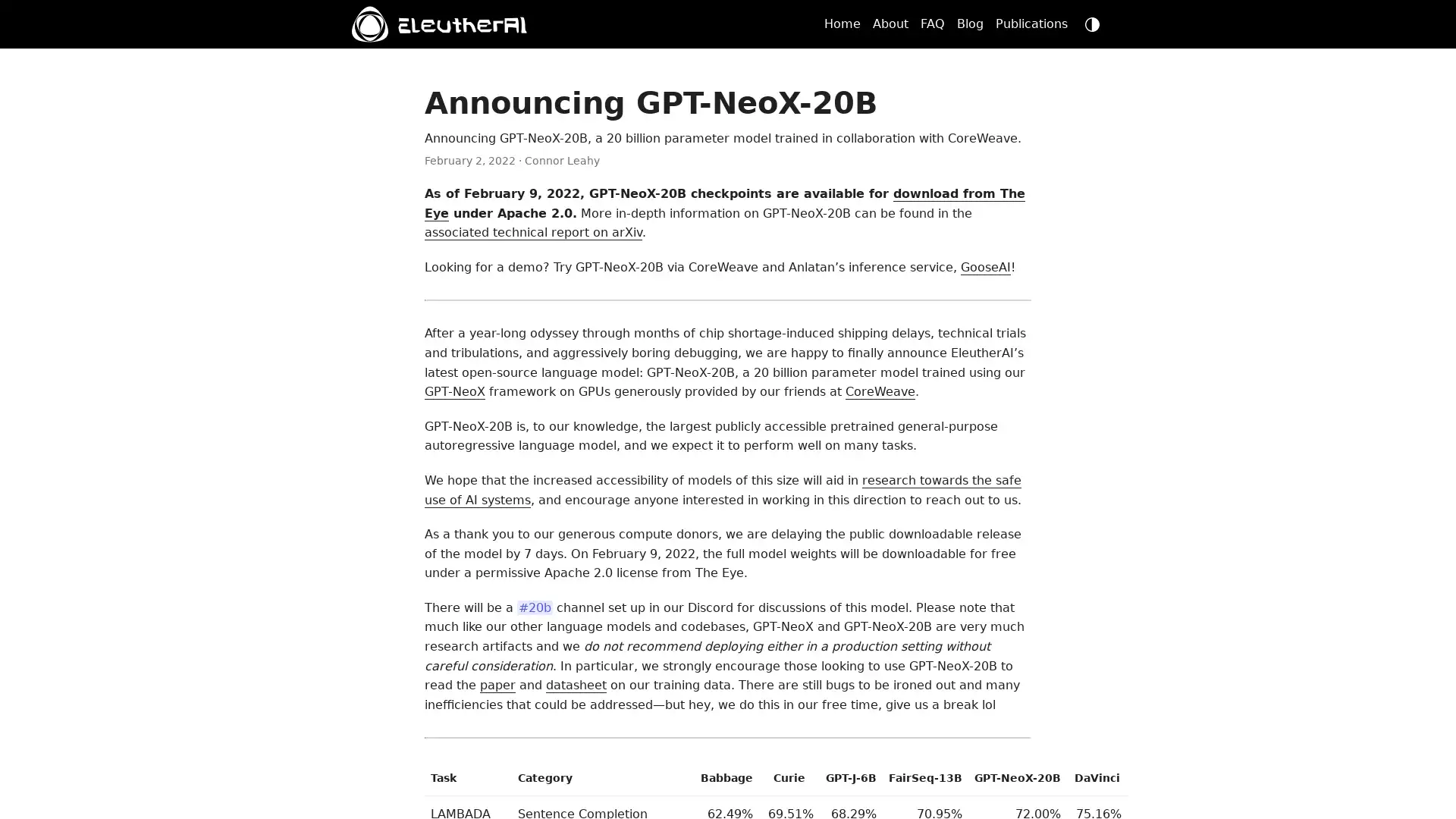 The width and height of the screenshot is (1456, 819). I want to click on dark mode switch button, so click(1092, 24).